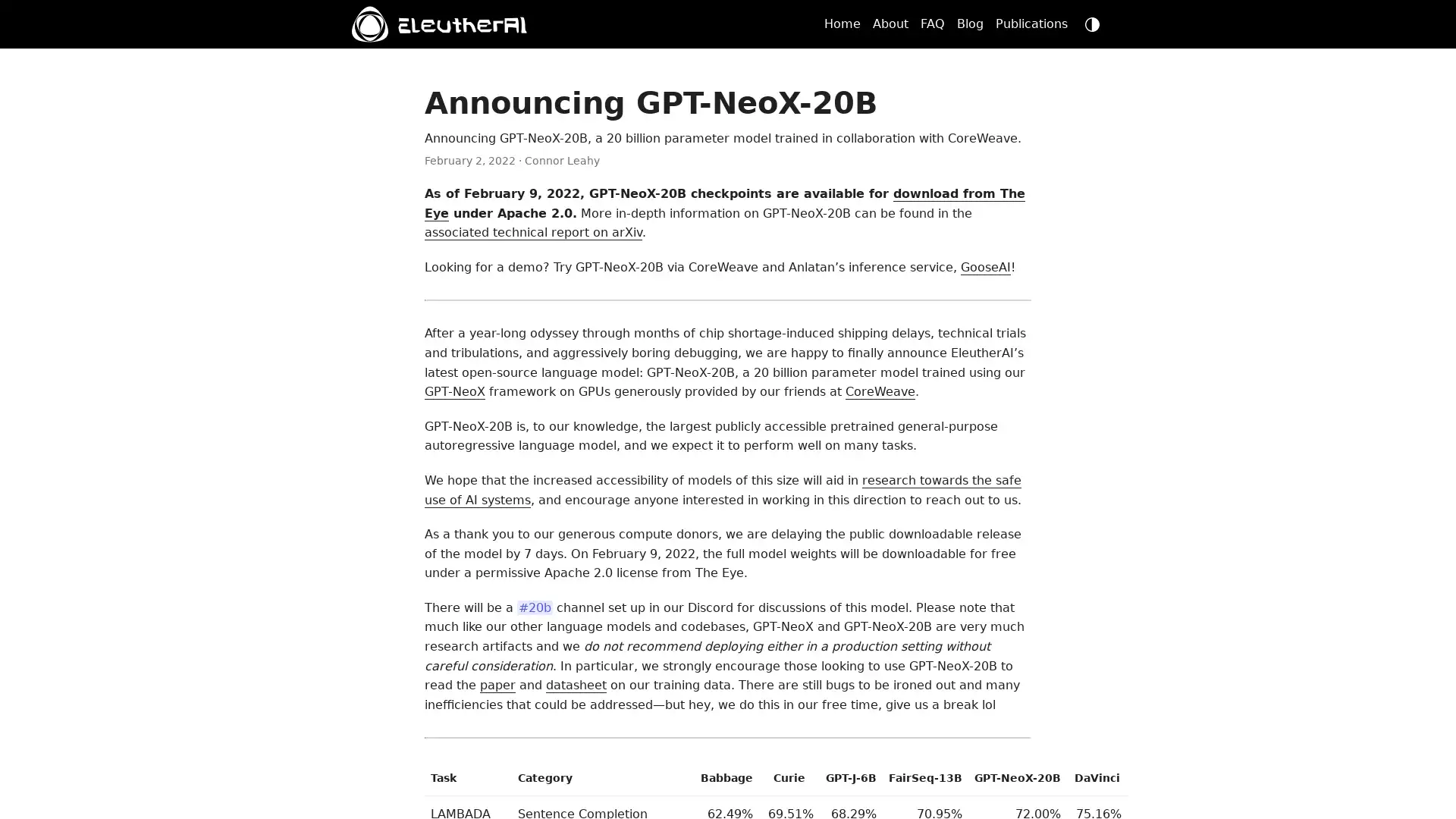 The width and height of the screenshot is (1456, 819). I want to click on dark mode switch button, so click(1092, 24).